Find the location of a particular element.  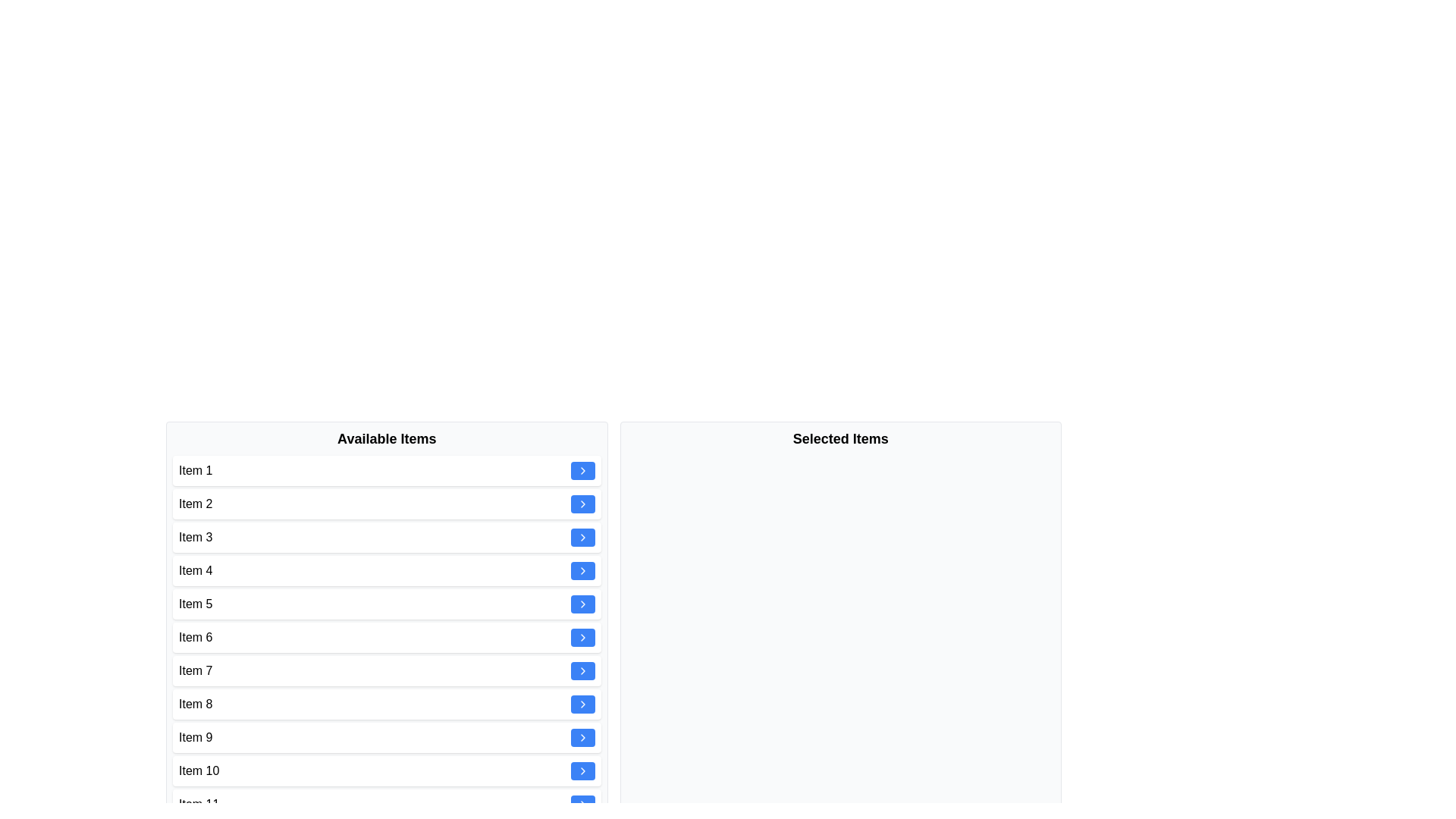

the rightward-pointing chevron icon inside the blue button at the end of the row labeled 'Item 9' in the 'Available Items' section is located at coordinates (582, 736).